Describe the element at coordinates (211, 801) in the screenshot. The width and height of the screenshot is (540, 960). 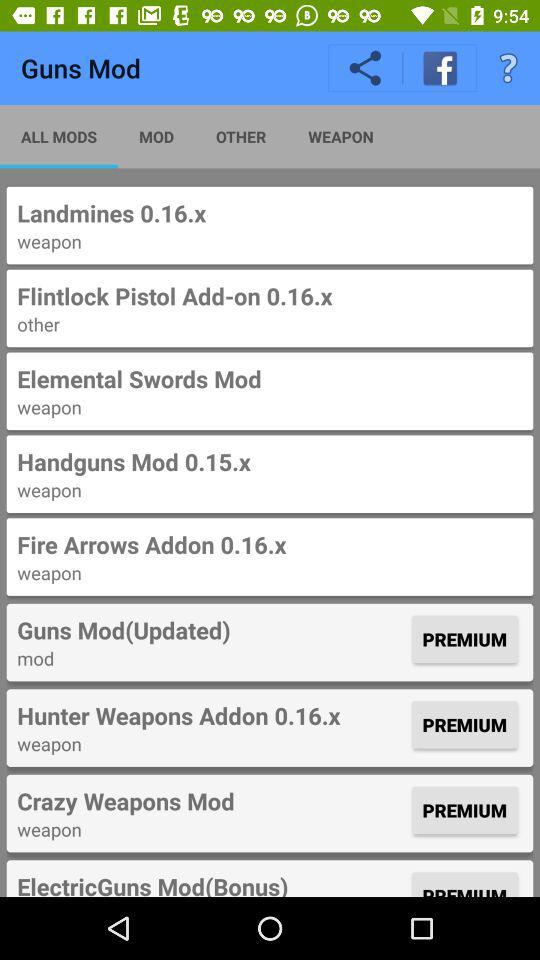
I see `the item above weapon icon` at that location.